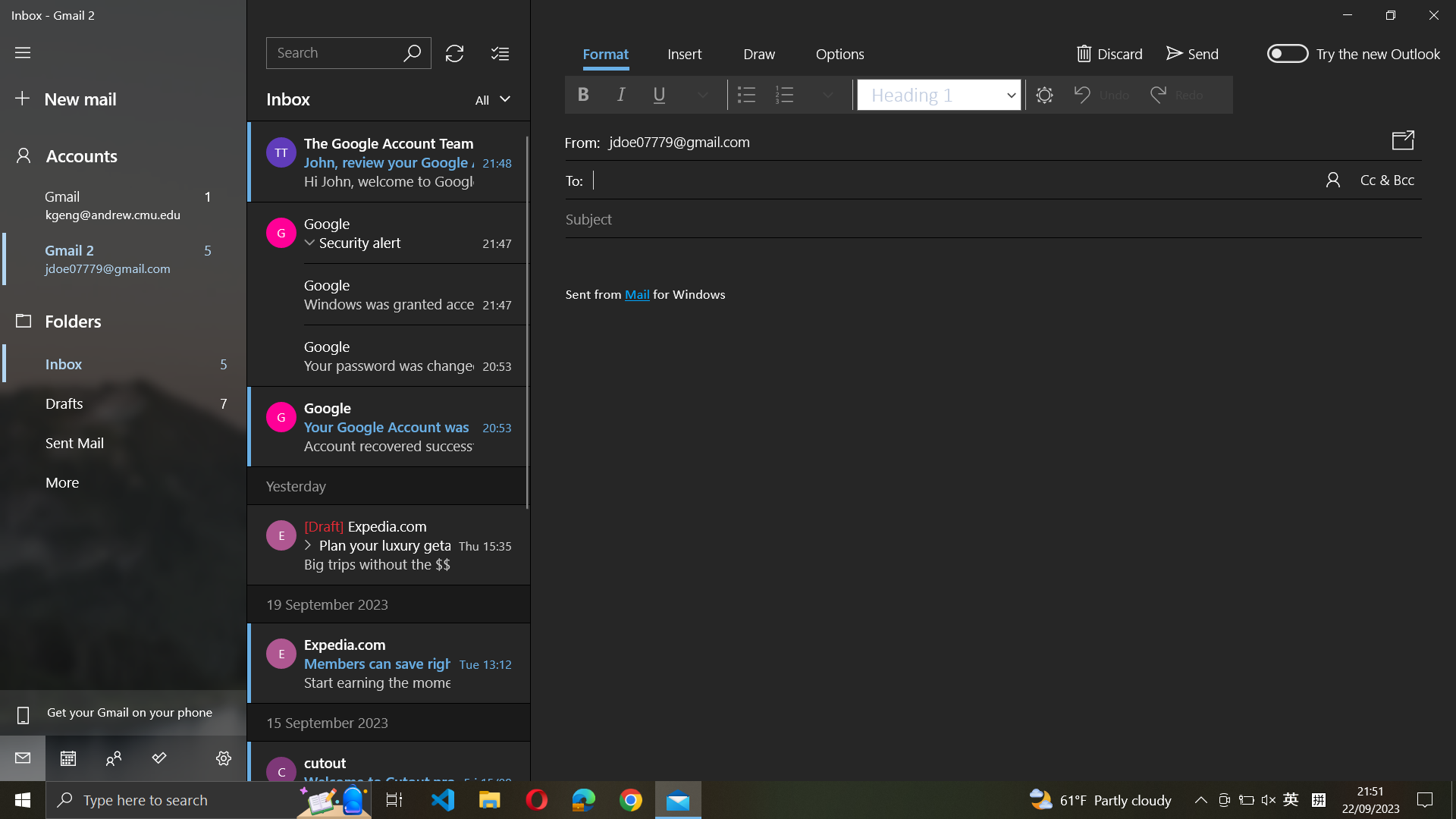  Describe the element at coordinates (582, 93) in the screenshot. I see `Change the text to bold format` at that location.